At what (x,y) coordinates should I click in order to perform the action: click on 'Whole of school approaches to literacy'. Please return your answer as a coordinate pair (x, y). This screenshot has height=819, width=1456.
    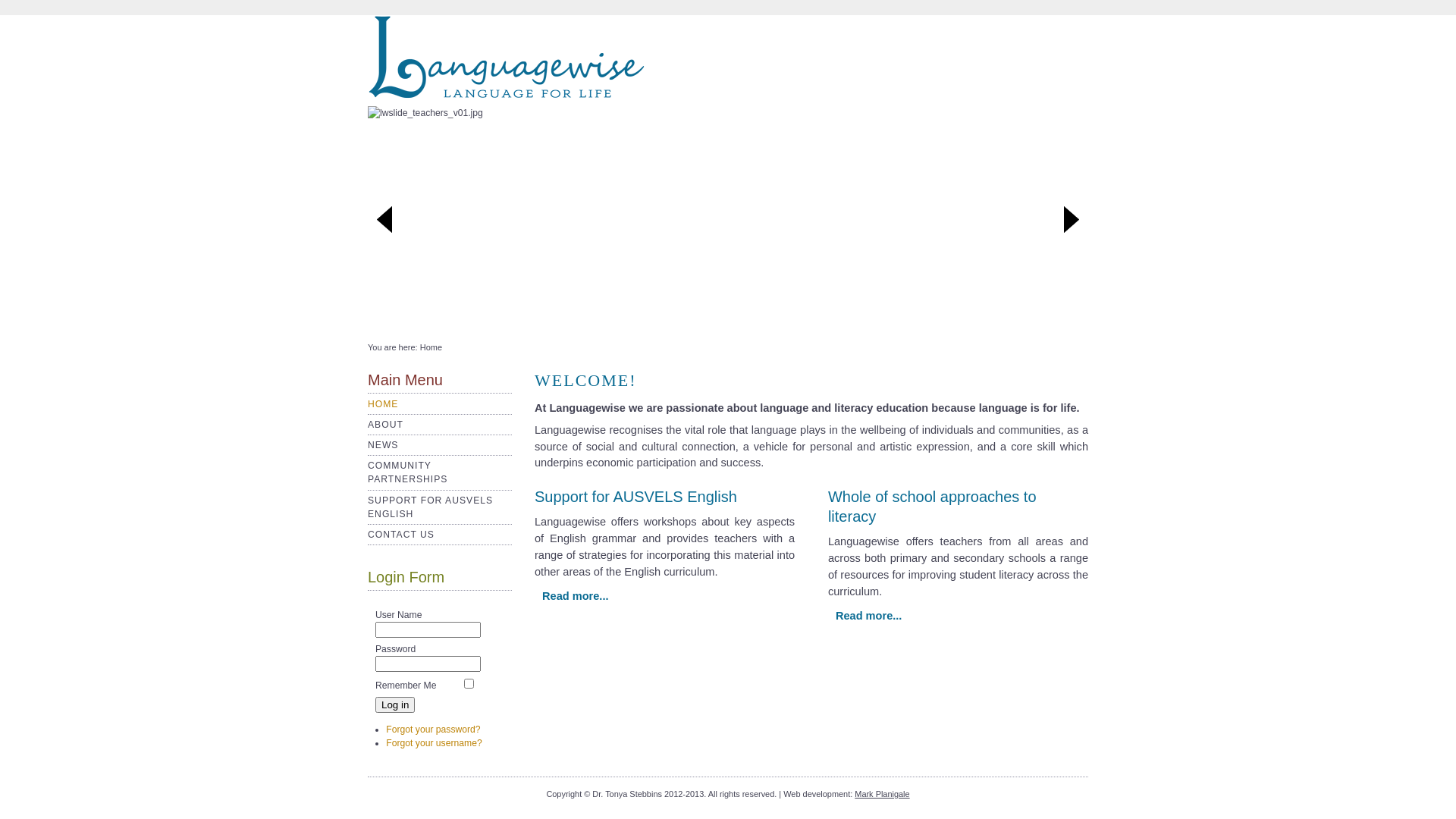
    Looking at the image, I should click on (827, 506).